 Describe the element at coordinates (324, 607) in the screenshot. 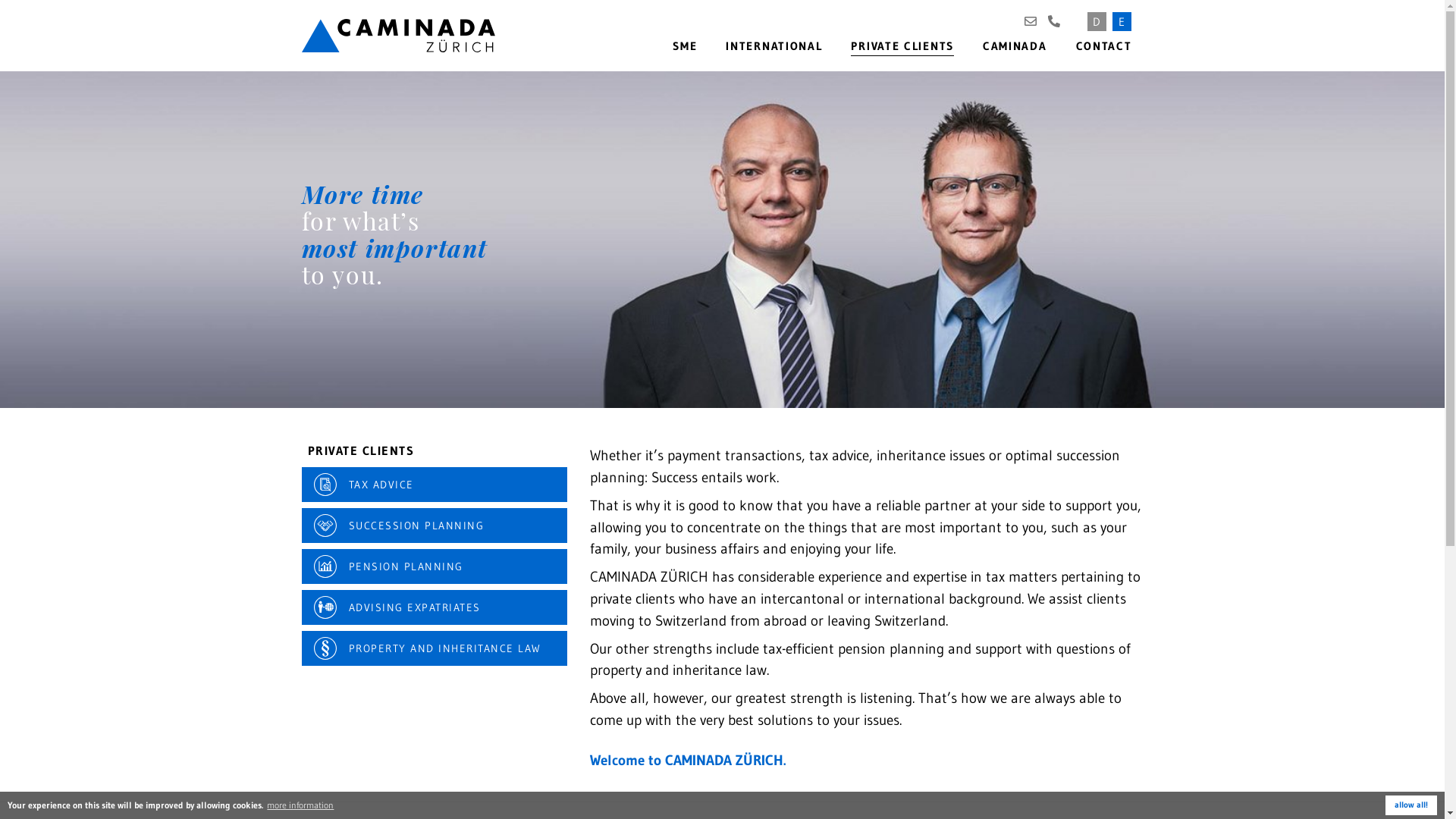

I see `'Advising expatriates'` at that location.